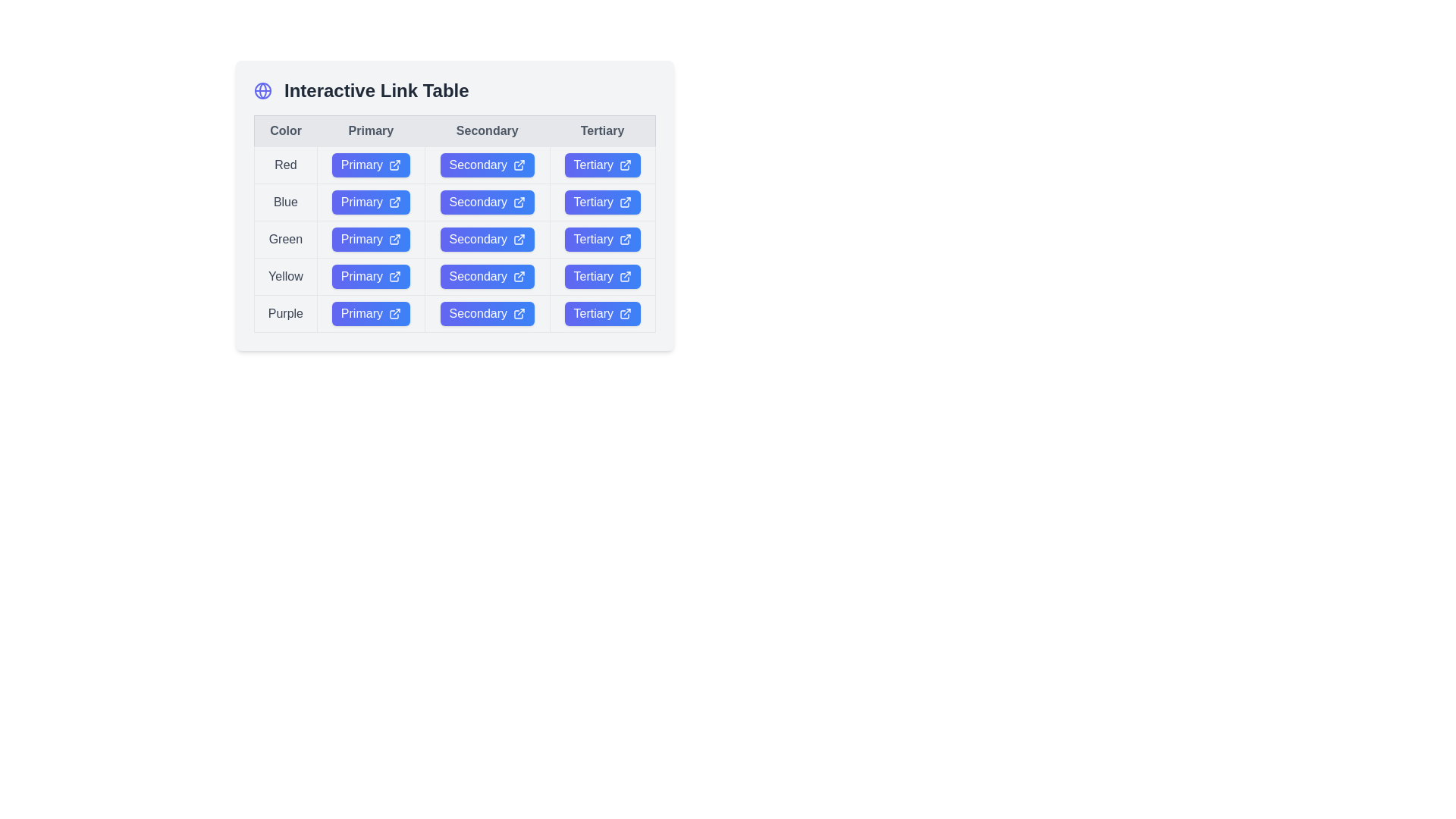  I want to click on the rectangular button labeled 'Tertiary' with rounded corners and a gradient from indigo to blue, so click(601, 201).